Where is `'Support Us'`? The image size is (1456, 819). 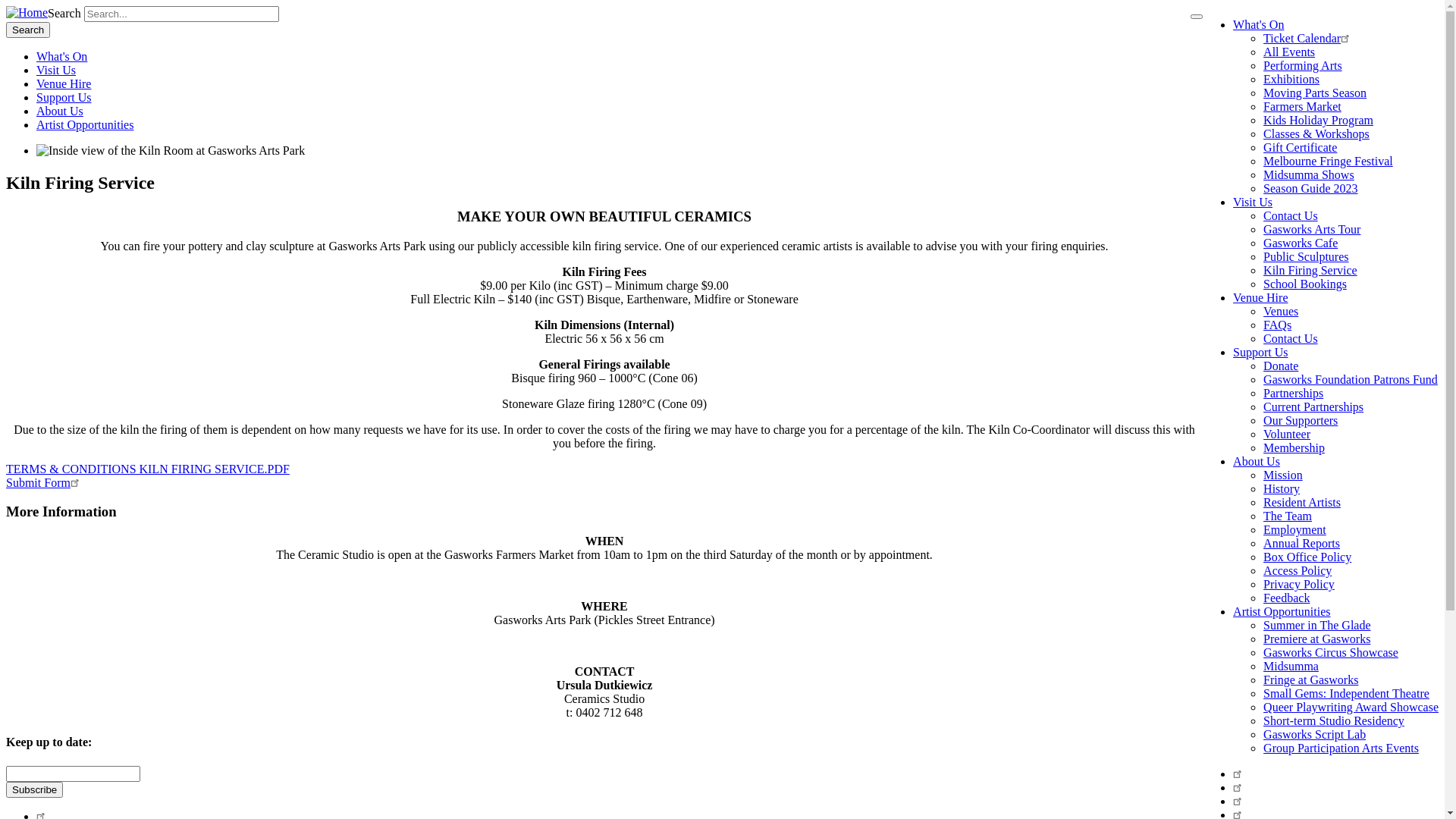 'Support Us' is located at coordinates (1260, 352).